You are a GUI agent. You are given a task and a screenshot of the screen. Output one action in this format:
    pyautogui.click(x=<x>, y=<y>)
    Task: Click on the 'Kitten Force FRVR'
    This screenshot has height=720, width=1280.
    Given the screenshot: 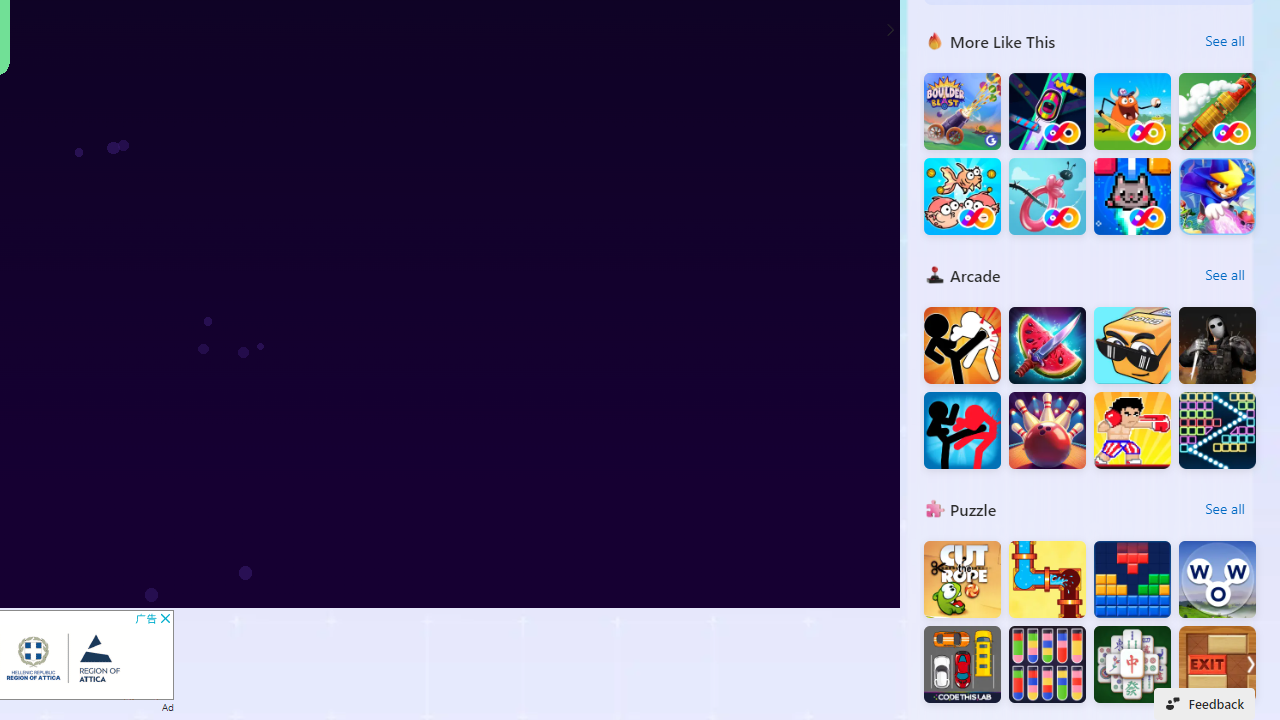 What is the action you would take?
    pyautogui.click(x=1132, y=196)
    